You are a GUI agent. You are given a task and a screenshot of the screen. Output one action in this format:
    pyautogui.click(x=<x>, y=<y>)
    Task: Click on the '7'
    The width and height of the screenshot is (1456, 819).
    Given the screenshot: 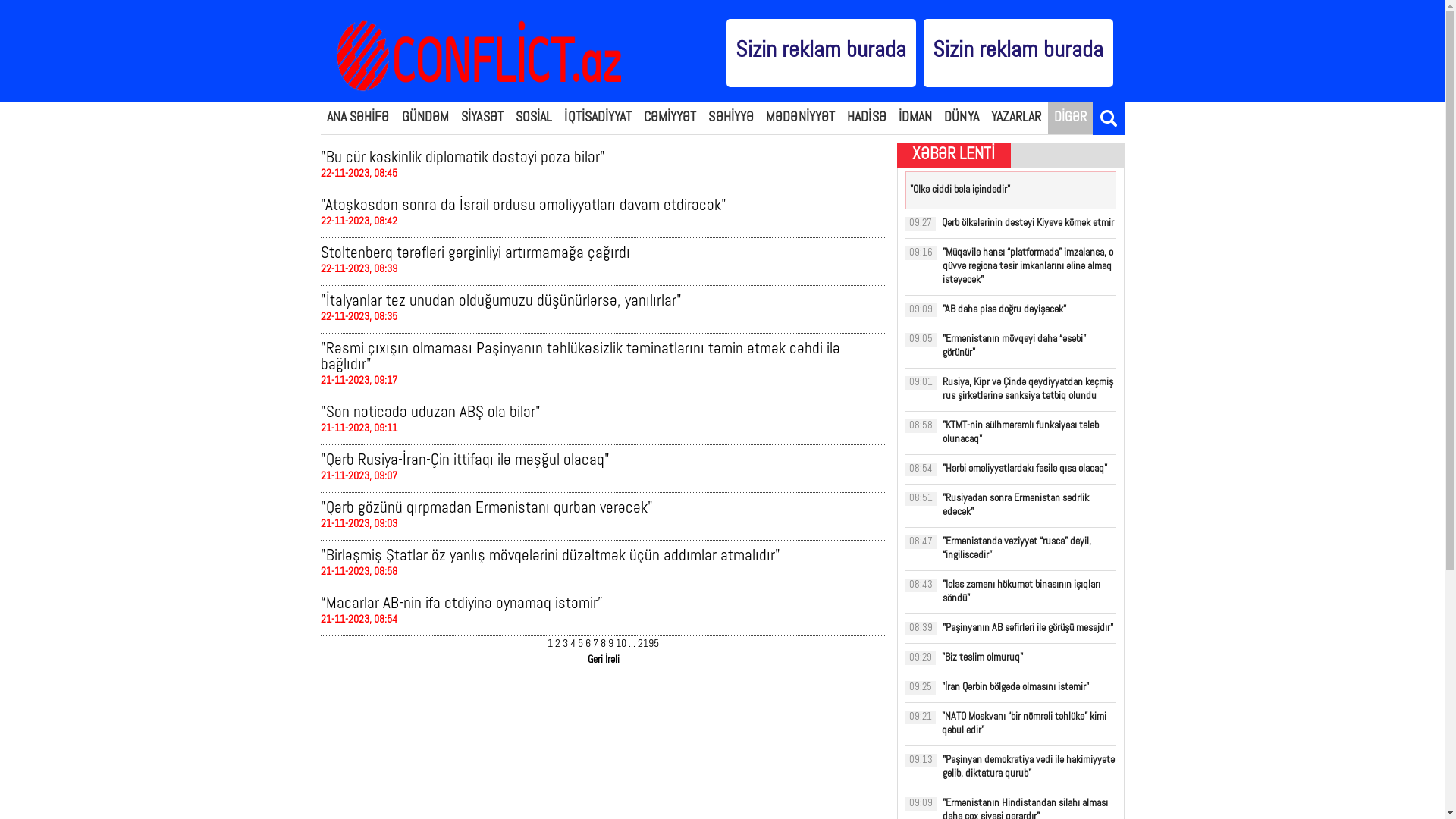 What is the action you would take?
    pyautogui.click(x=595, y=644)
    